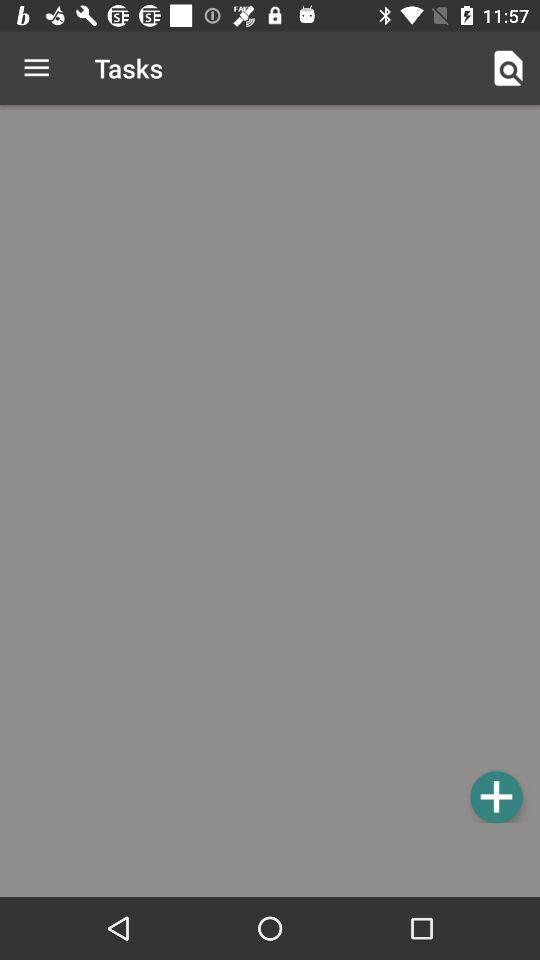 This screenshot has width=540, height=960. I want to click on task, so click(495, 796).